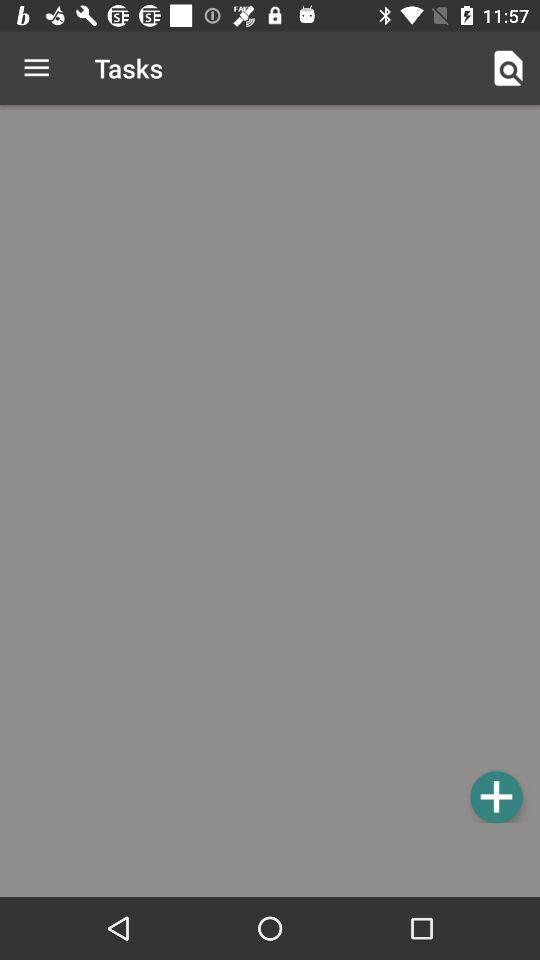 This screenshot has width=540, height=960. I want to click on task, so click(495, 796).